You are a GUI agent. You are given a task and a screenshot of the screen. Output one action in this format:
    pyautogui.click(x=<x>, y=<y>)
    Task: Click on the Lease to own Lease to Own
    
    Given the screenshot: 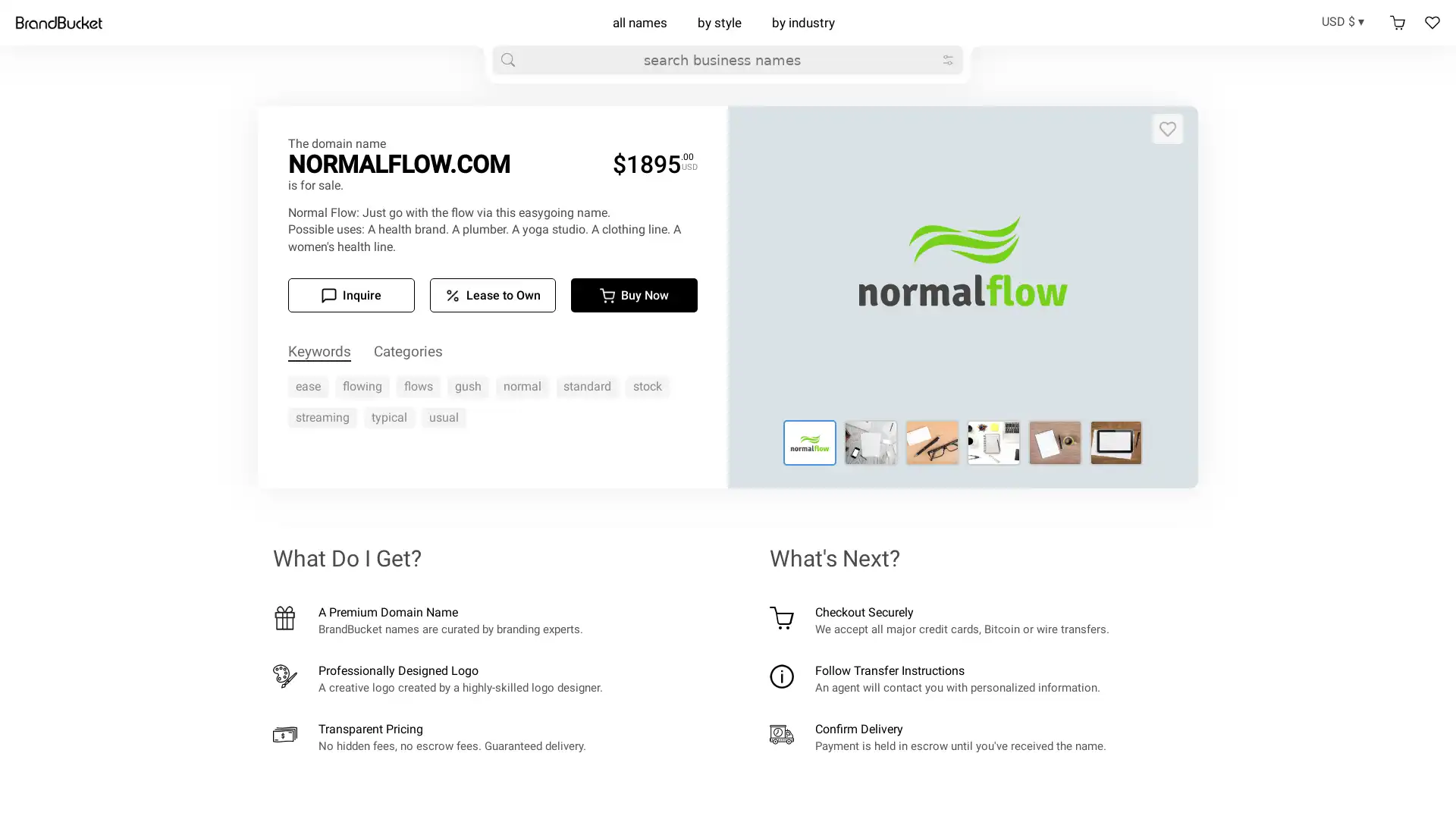 What is the action you would take?
    pyautogui.click(x=492, y=295)
    